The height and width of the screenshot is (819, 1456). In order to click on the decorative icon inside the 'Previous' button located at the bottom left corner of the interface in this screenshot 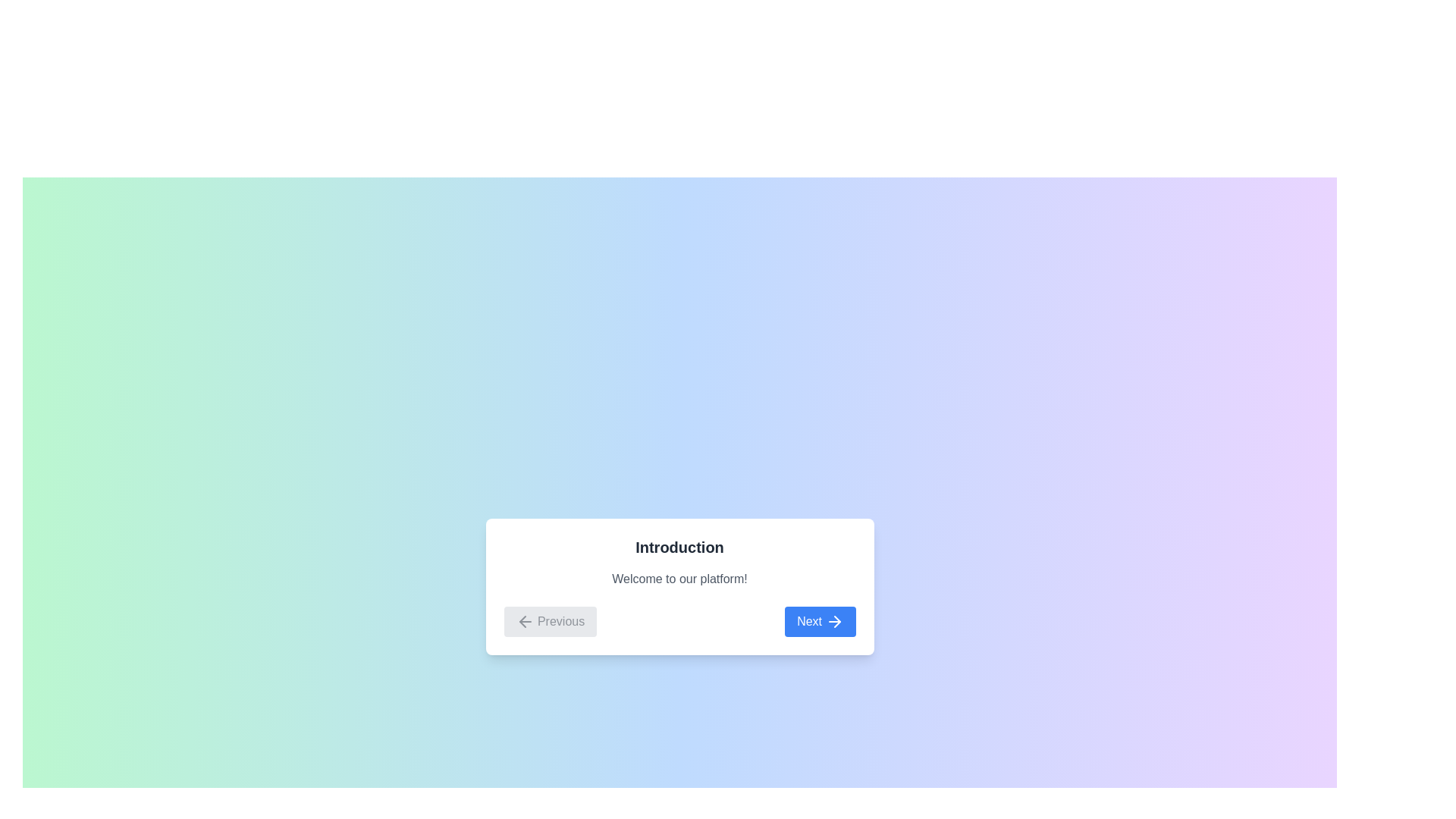, I will do `click(525, 622)`.